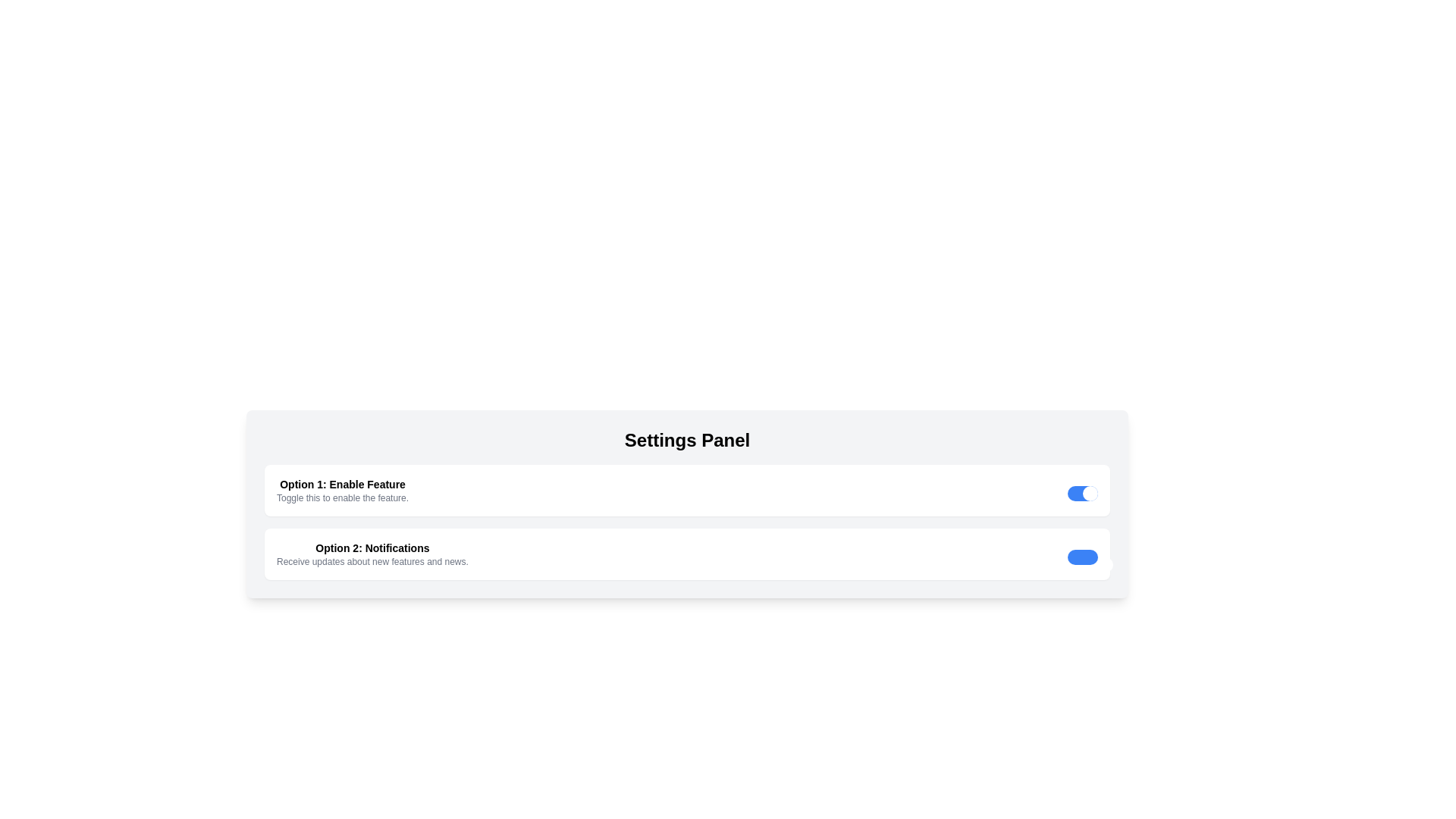 This screenshot has width=1456, height=819. Describe the element at coordinates (686, 441) in the screenshot. I see `text of the heading element that serves as the title for the settings panel, positioned at the uppermost part of the card-like interface` at that location.